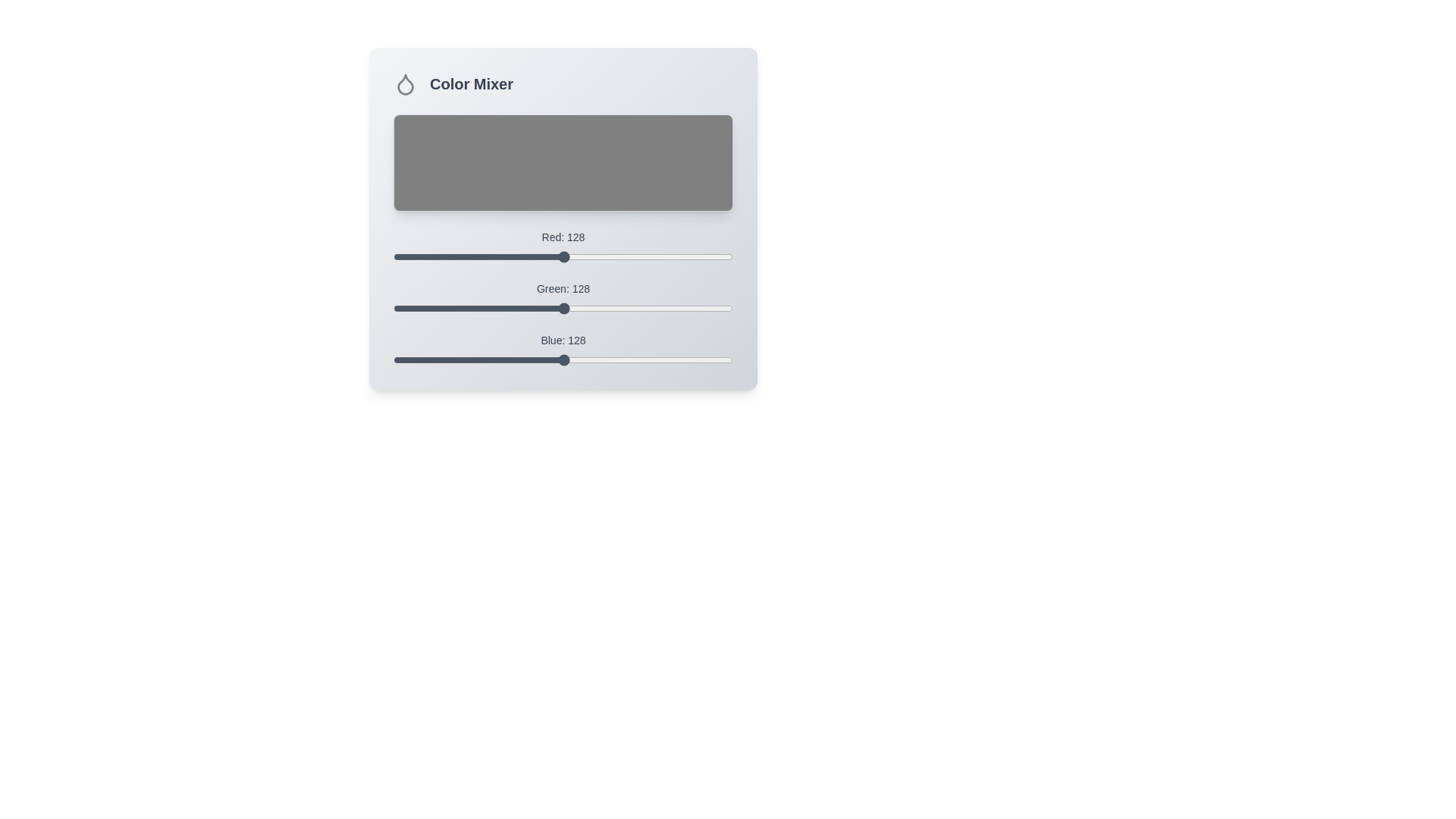 The width and height of the screenshot is (1456, 819). What do you see at coordinates (603, 359) in the screenshot?
I see `the blue slider to set the blue color component to 158` at bounding box center [603, 359].